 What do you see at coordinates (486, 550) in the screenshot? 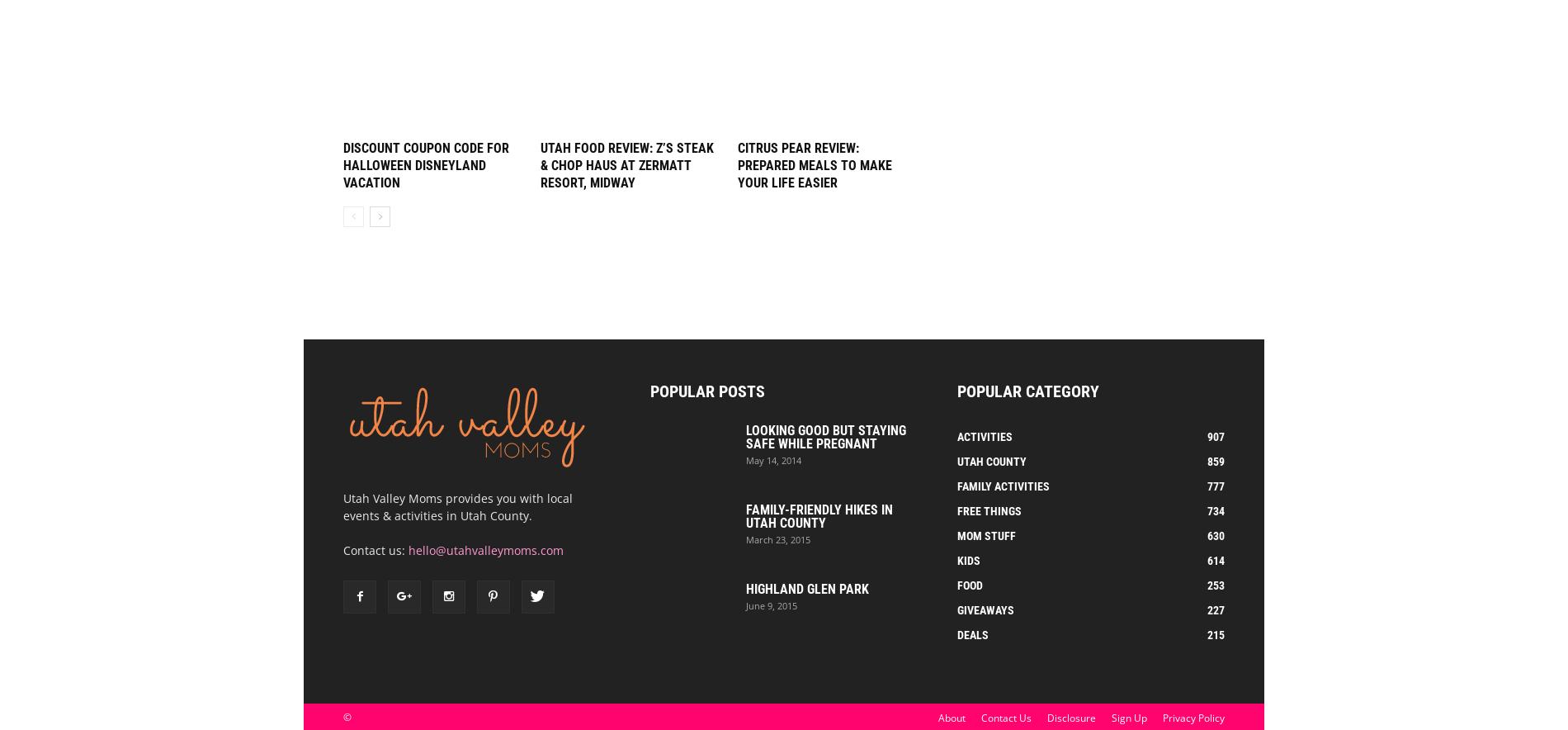
I see `'hello@utahvalleymoms.com'` at bounding box center [486, 550].